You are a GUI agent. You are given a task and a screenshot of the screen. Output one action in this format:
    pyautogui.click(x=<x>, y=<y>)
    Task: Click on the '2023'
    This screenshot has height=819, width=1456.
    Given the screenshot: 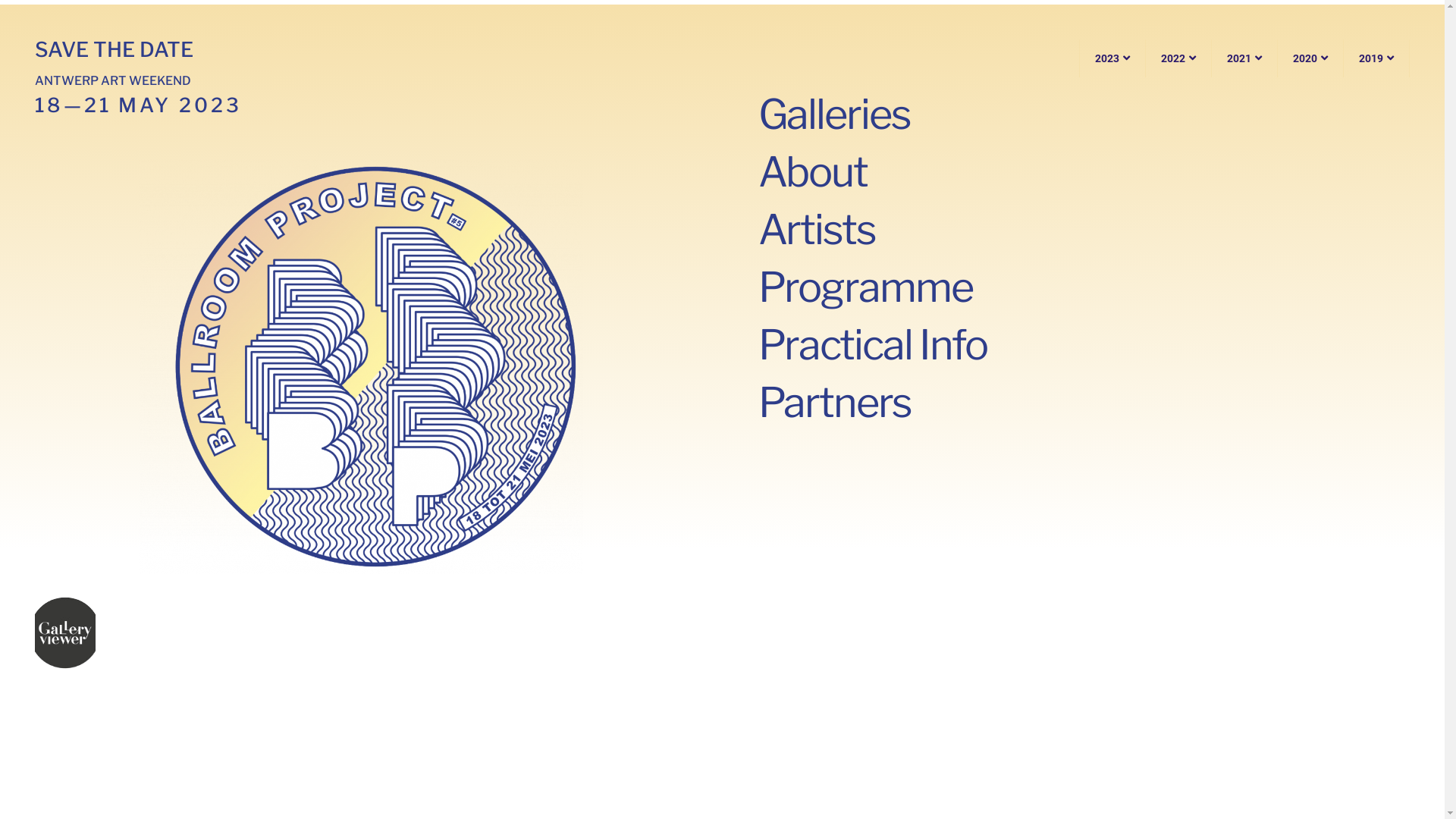 What is the action you would take?
    pyautogui.click(x=1112, y=58)
    